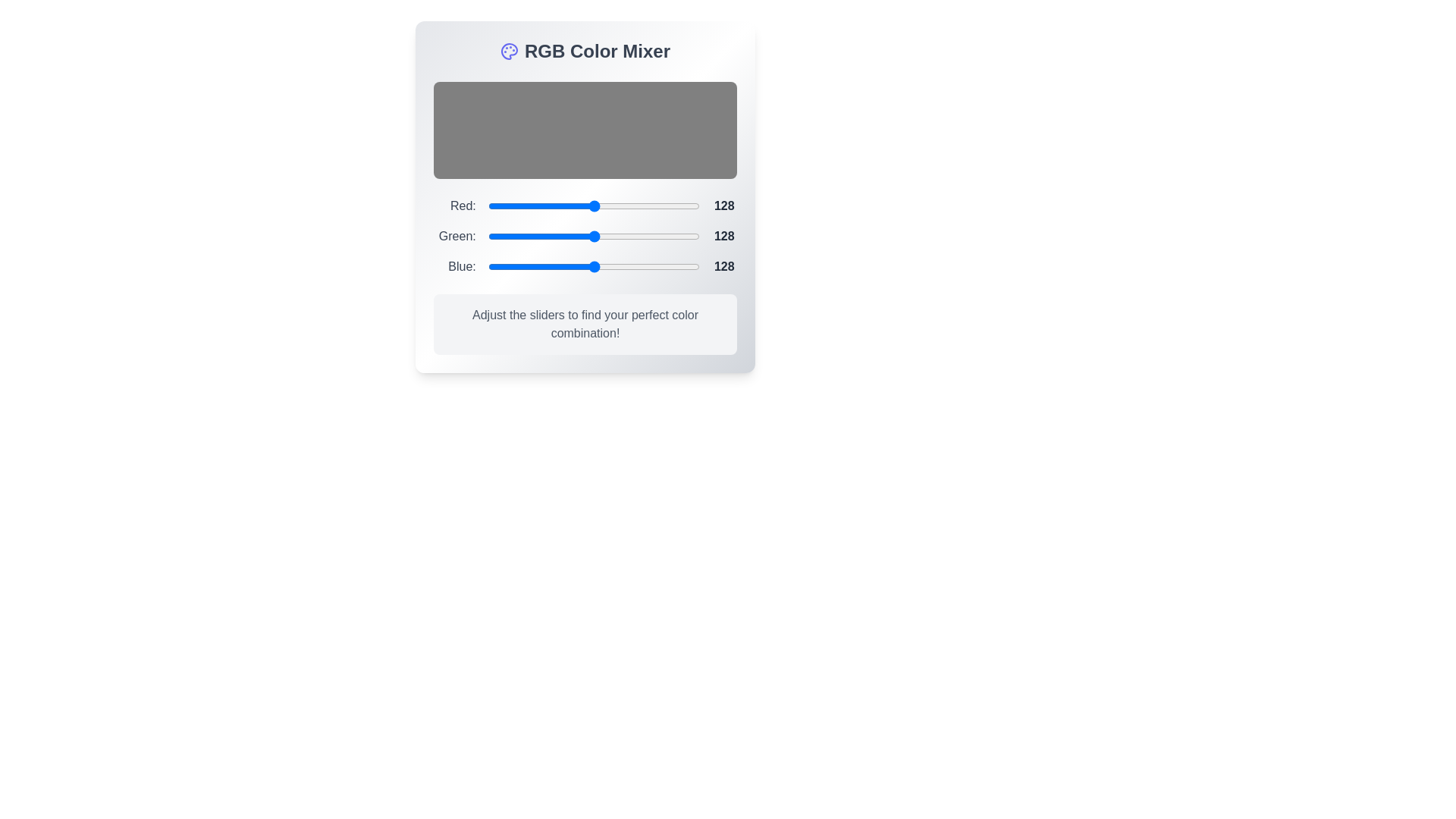 The width and height of the screenshot is (1456, 819). I want to click on the 1 slider to a value of 12, so click(598, 237).